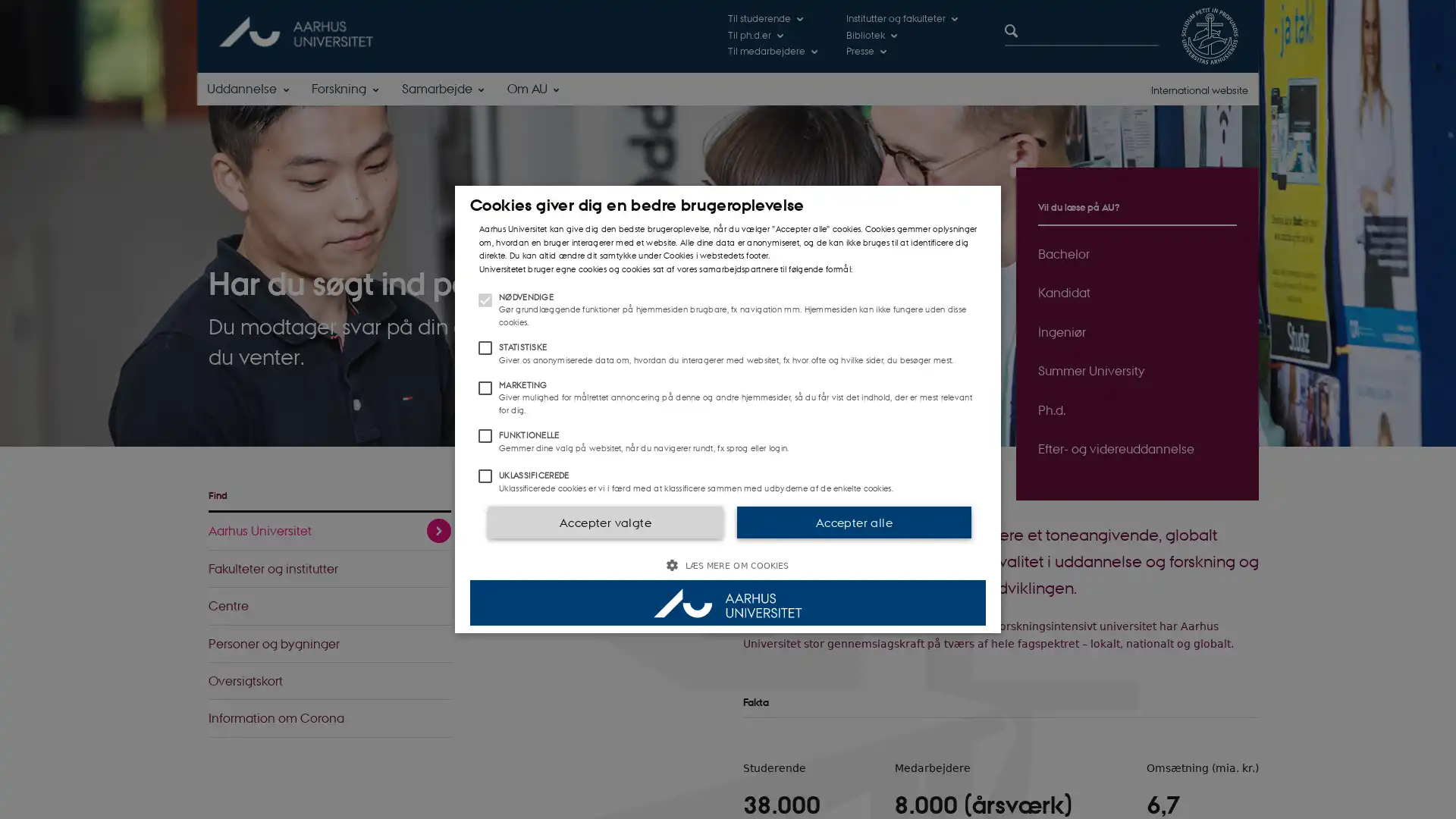 The height and width of the screenshot is (819, 1456). What do you see at coordinates (854, 520) in the screenshot?
I see `Accepter alle` at bounding box center [854, 520].